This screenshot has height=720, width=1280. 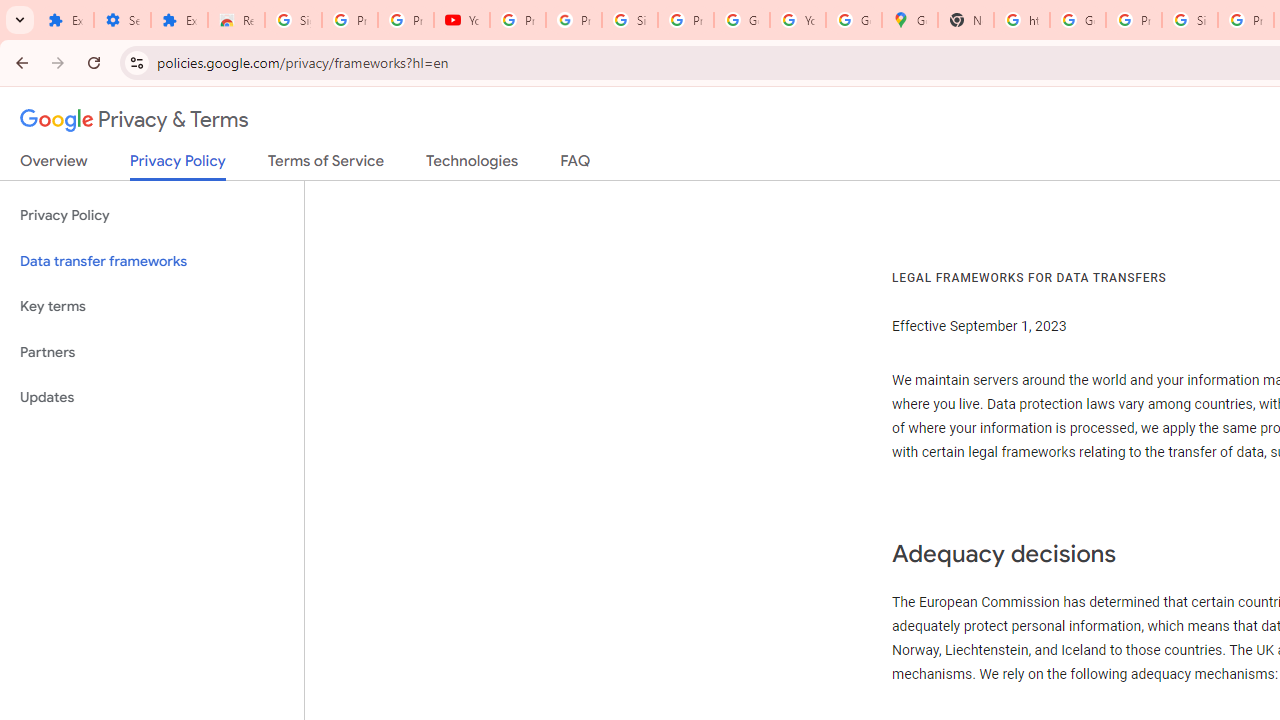 What do you see at coordinates (151, 306) in the screenshot?
I see `'Key terms'` at bounding box center [151, 306].